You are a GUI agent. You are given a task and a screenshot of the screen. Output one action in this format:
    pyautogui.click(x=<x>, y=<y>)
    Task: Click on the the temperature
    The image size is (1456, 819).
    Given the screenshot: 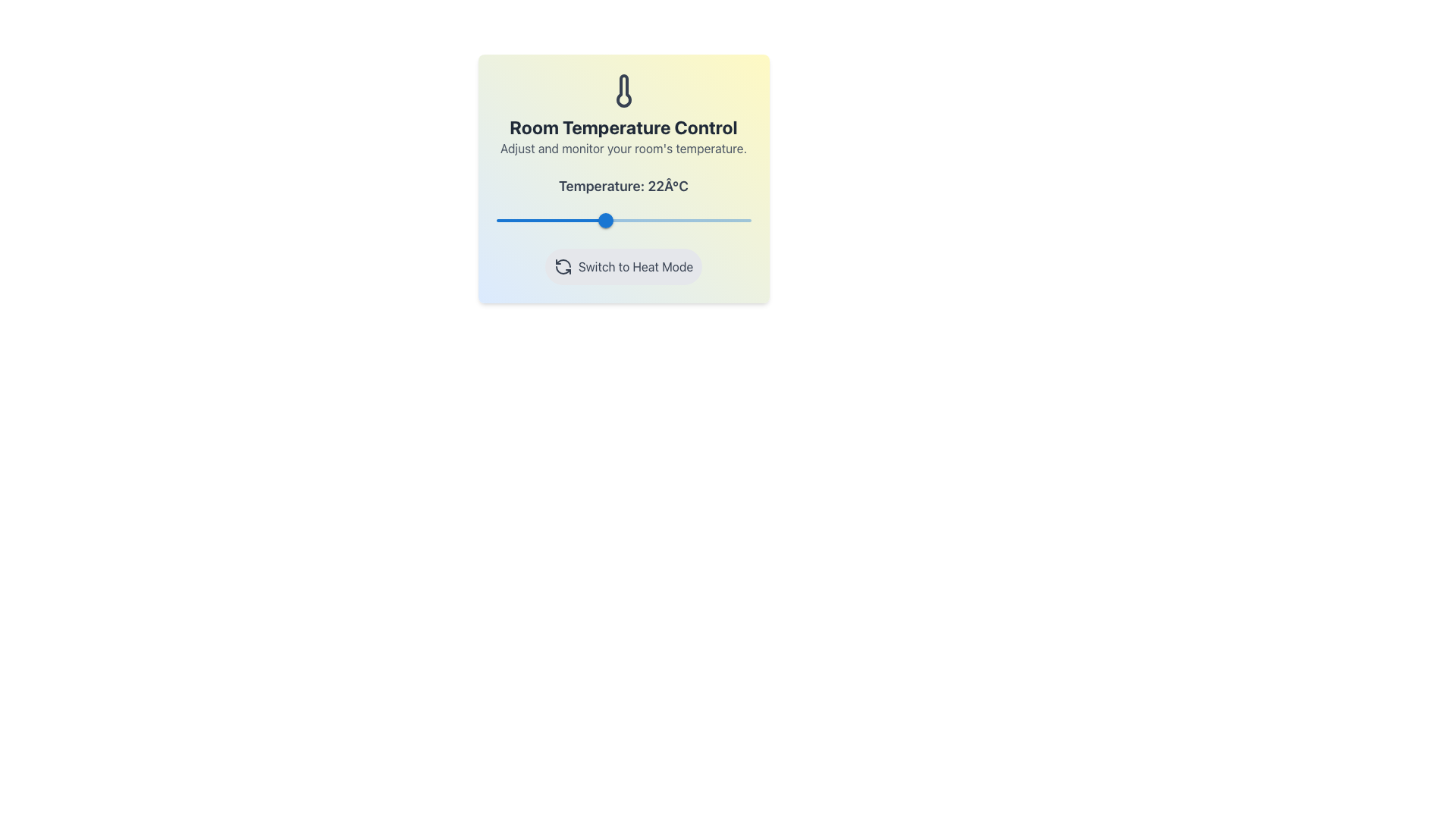 What is the action you would take?
    pyautogui.click(x=599, y=220)
    